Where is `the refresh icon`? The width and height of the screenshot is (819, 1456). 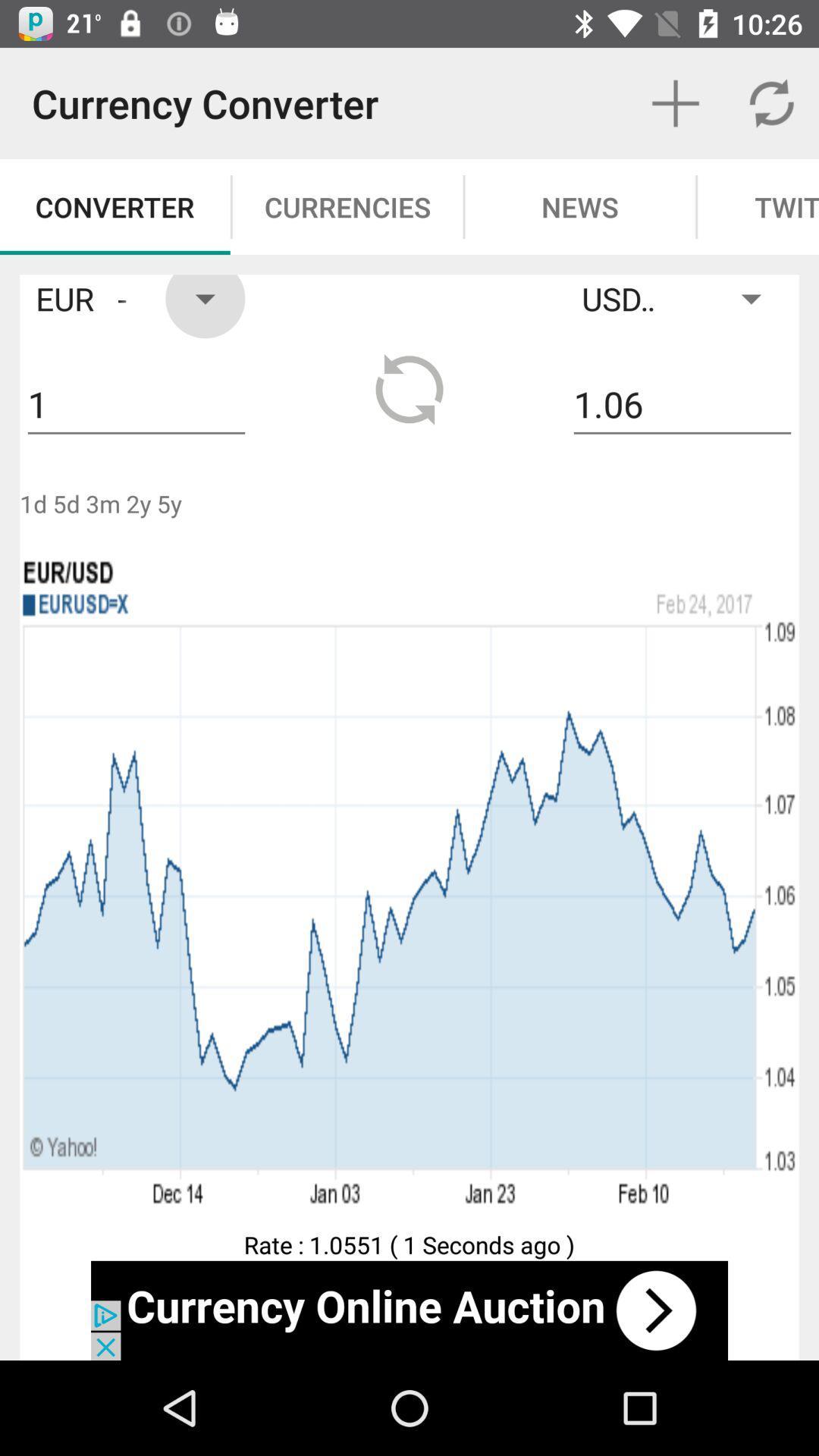 the refresh icon is located at coordinates (409, 389).